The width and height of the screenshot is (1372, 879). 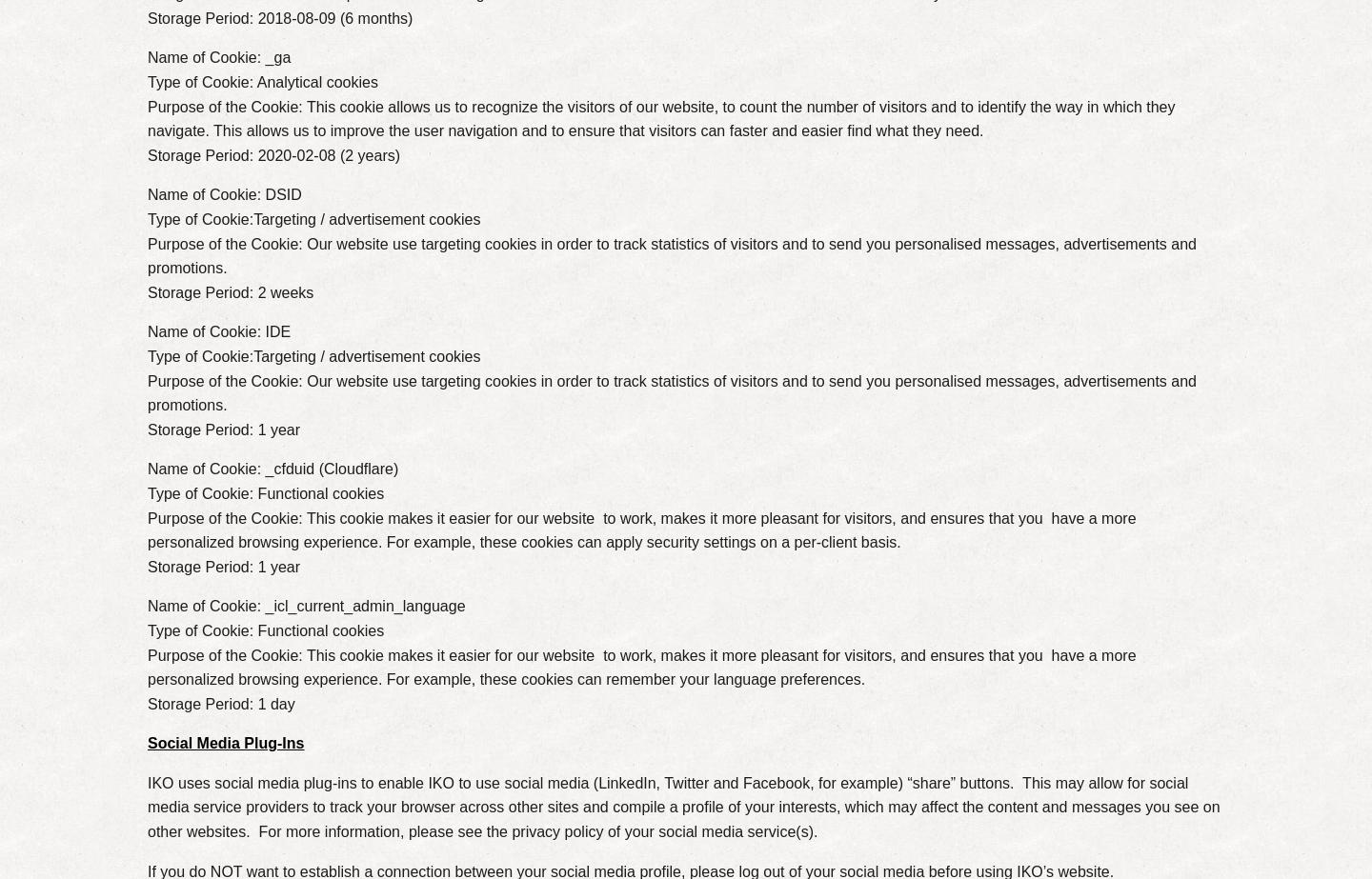 I want to click on 'Name of Cookie: _cfduid (Cloudflare)', so click(x=272, y=468).